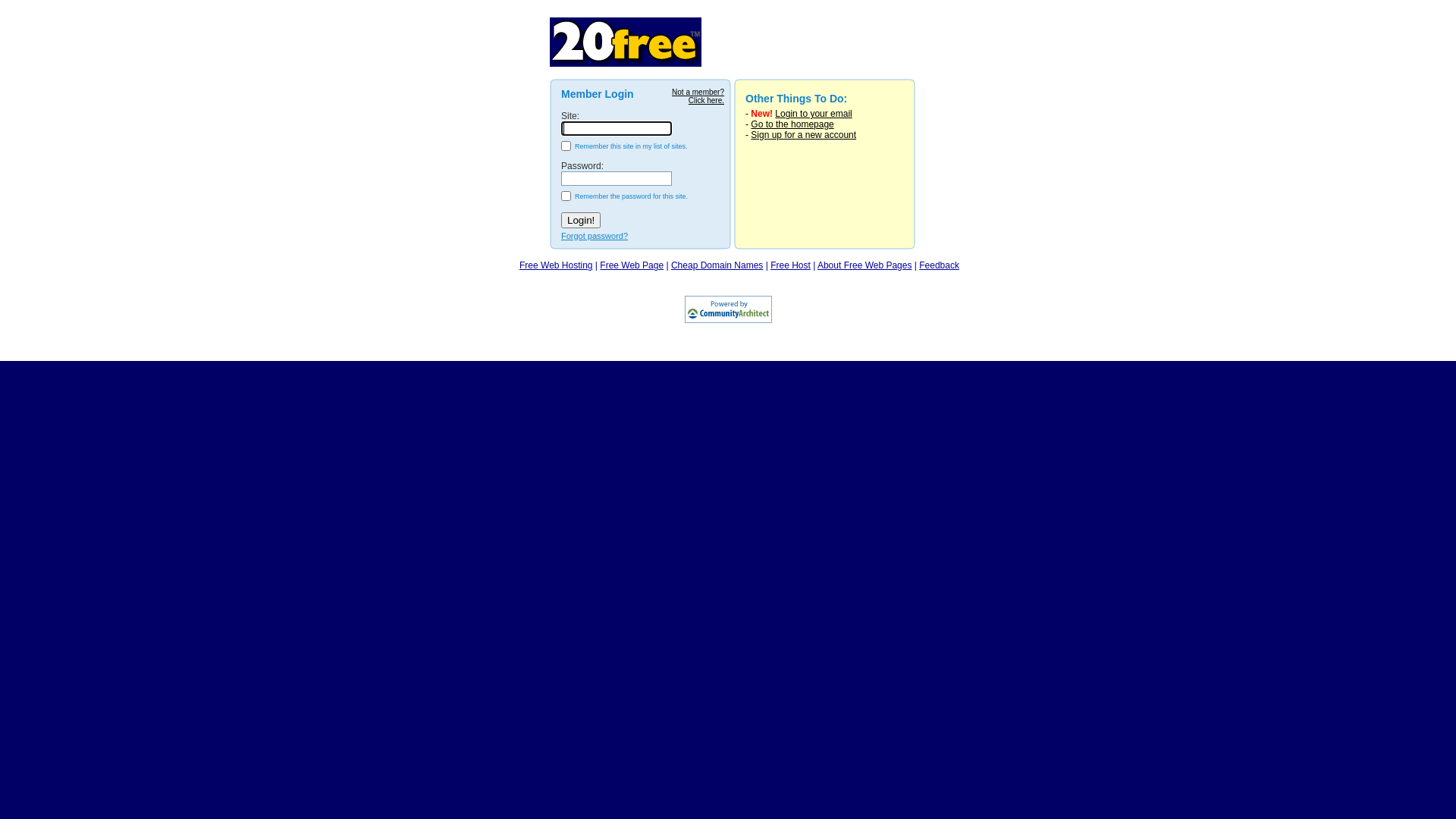  I want to click on 'Sign up for a new account', so click(802, 133).